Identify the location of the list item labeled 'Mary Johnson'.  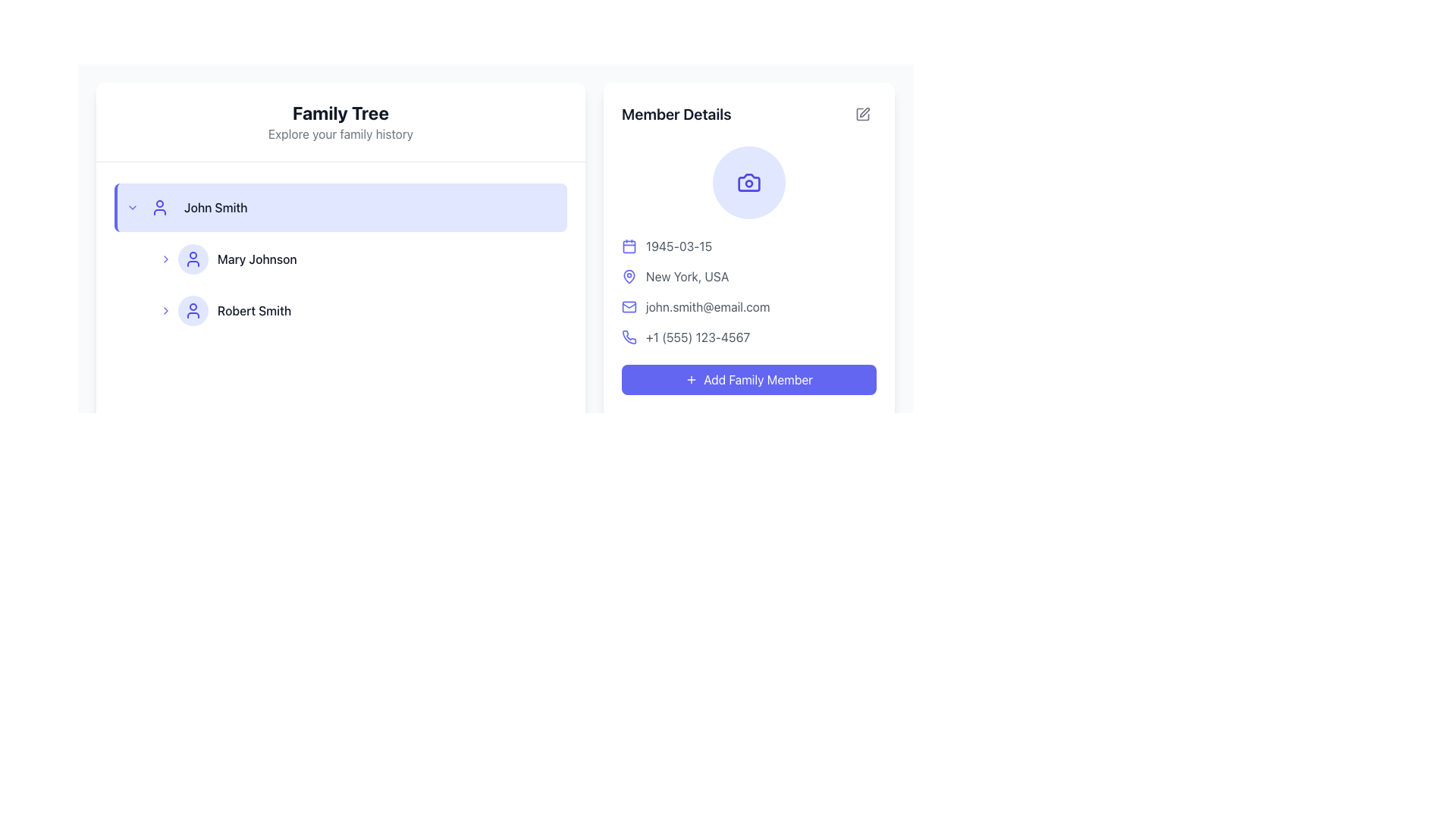
(358, 259).